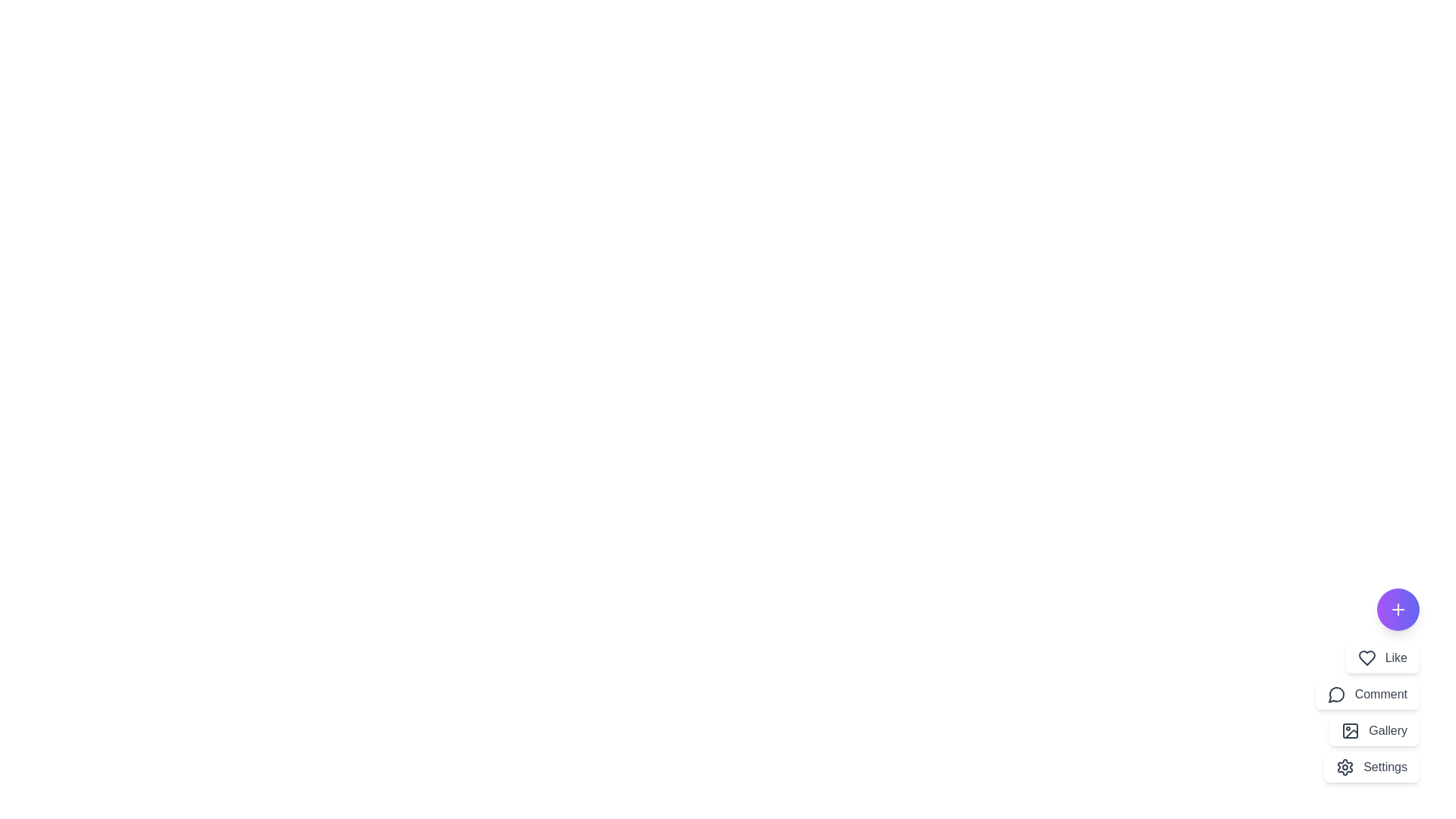 This screenshot has height=819, width=1456. Describe the element at coordinates (1397, 608) in the screenshot. I see `the floating action button to toggle the main menu` at that location.